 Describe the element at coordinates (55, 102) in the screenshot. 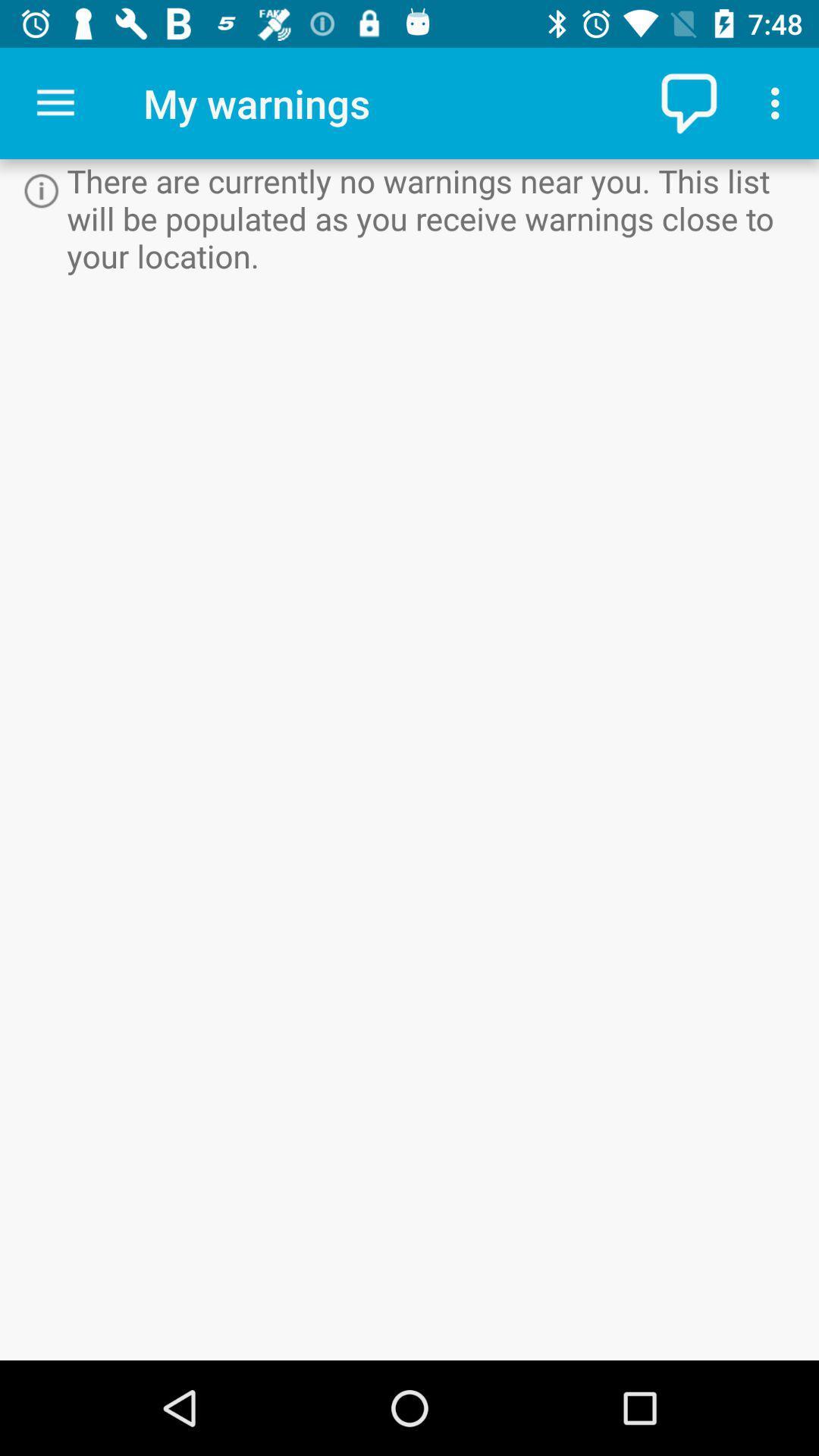

I see `app to the left of the my warnings icon` at that location.